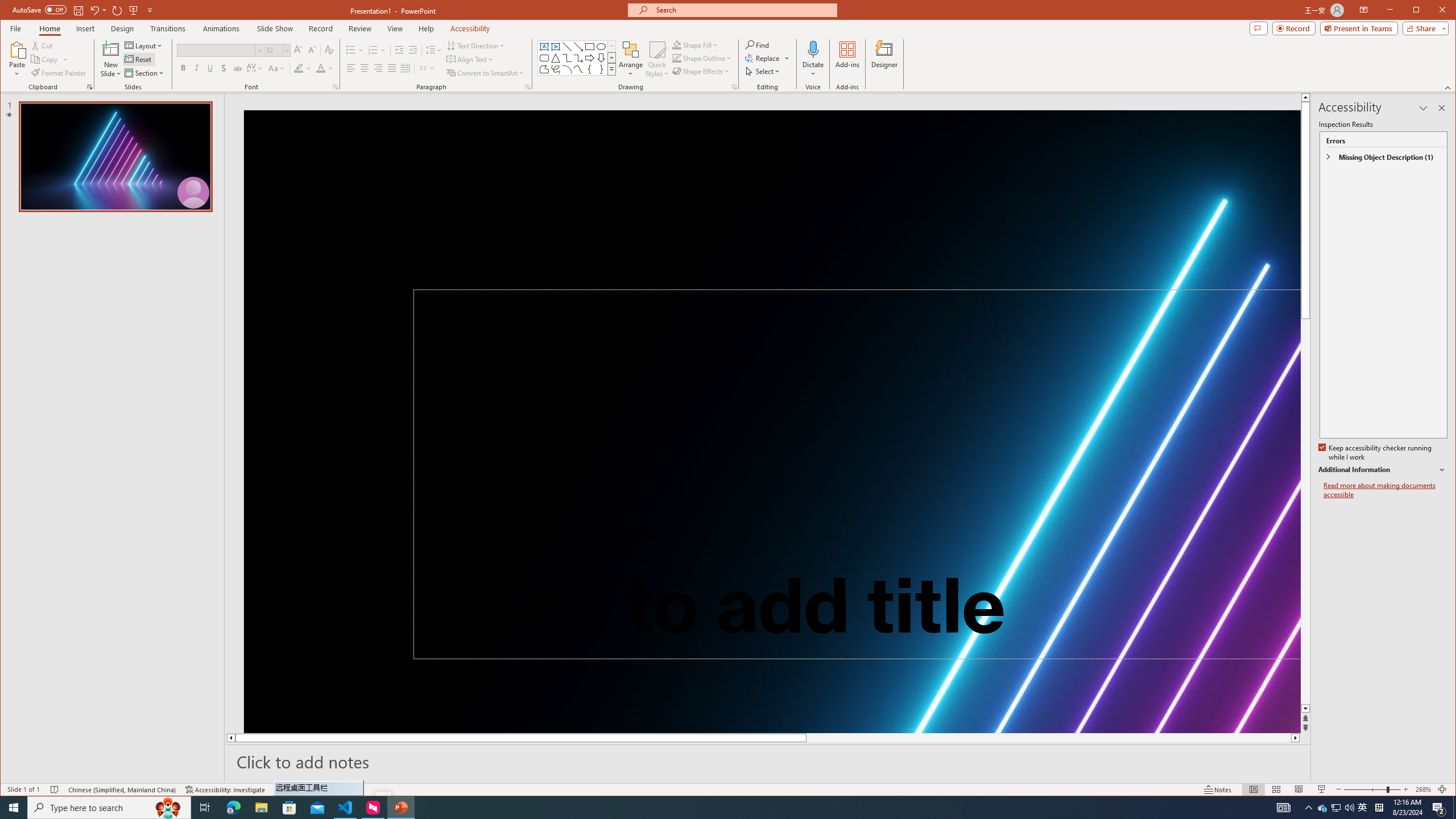 This screenshot has width=1456, height=819. I want to click on 'Q2790: 100%', so click(1349, 806).